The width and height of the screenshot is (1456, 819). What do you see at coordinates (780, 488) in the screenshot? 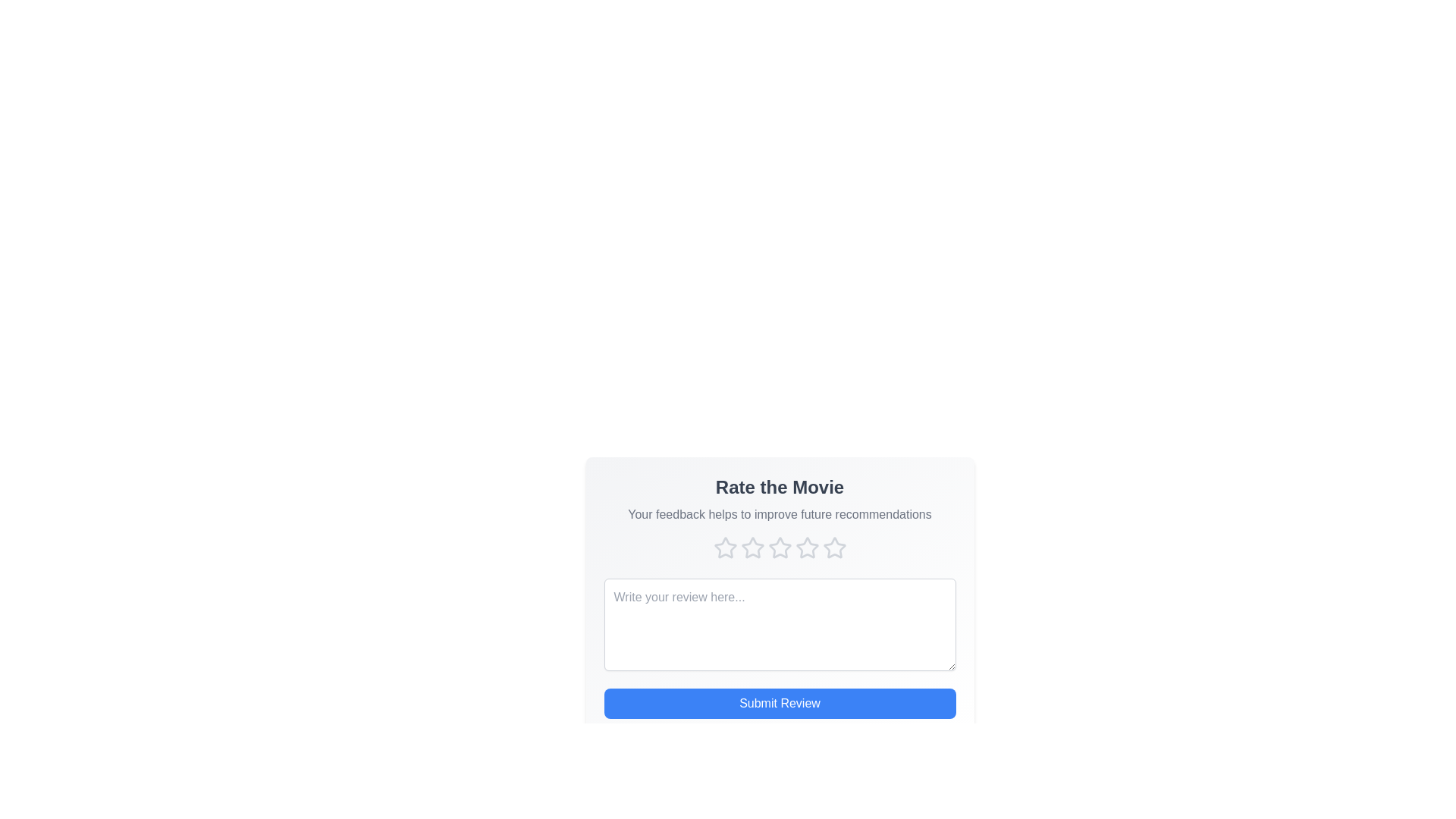
I see `the text label that serves as the header for the rating section, located at the top of a card-style component` at bounding box center [780, 488].